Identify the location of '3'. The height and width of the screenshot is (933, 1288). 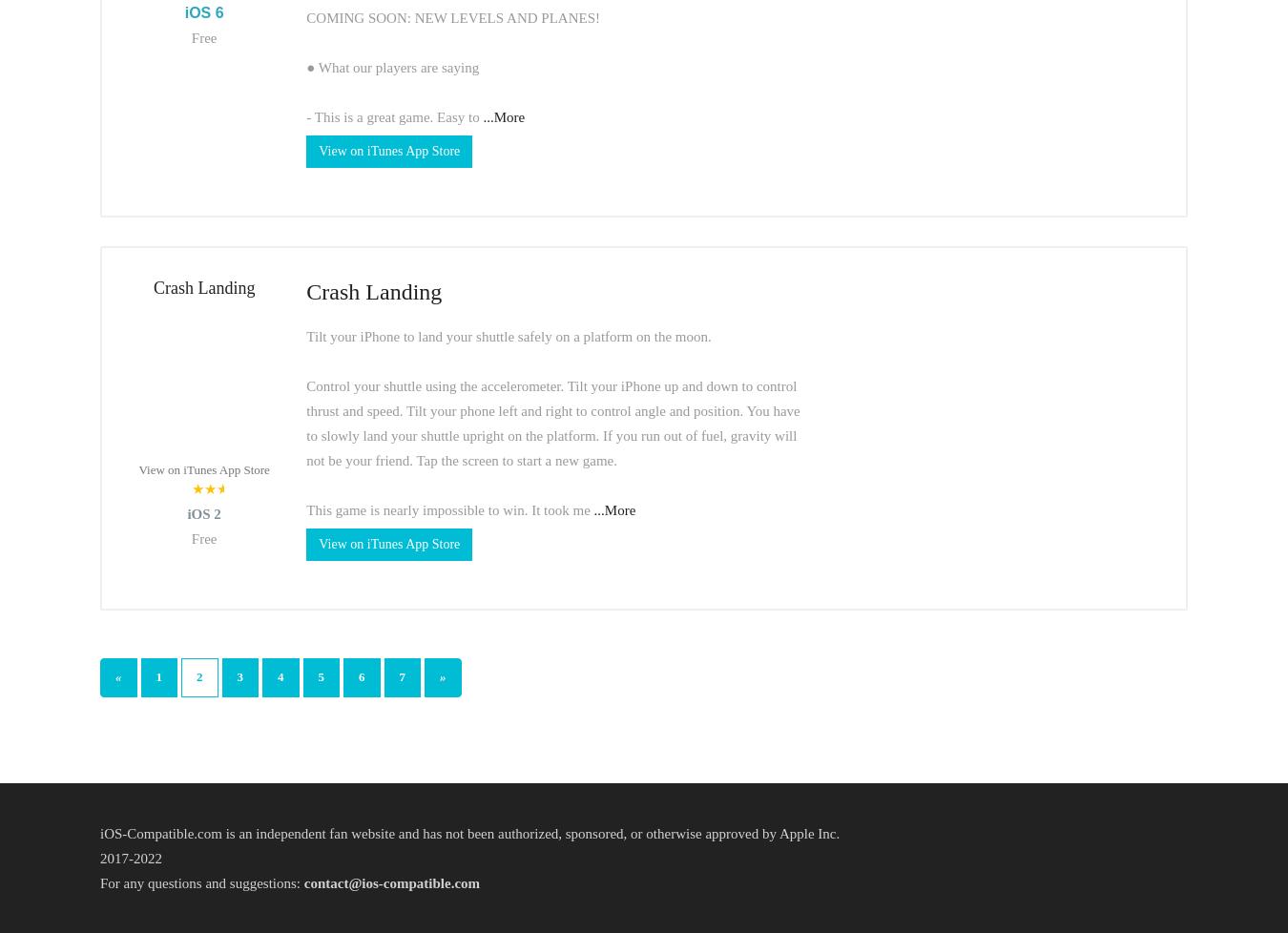
(239, 676).